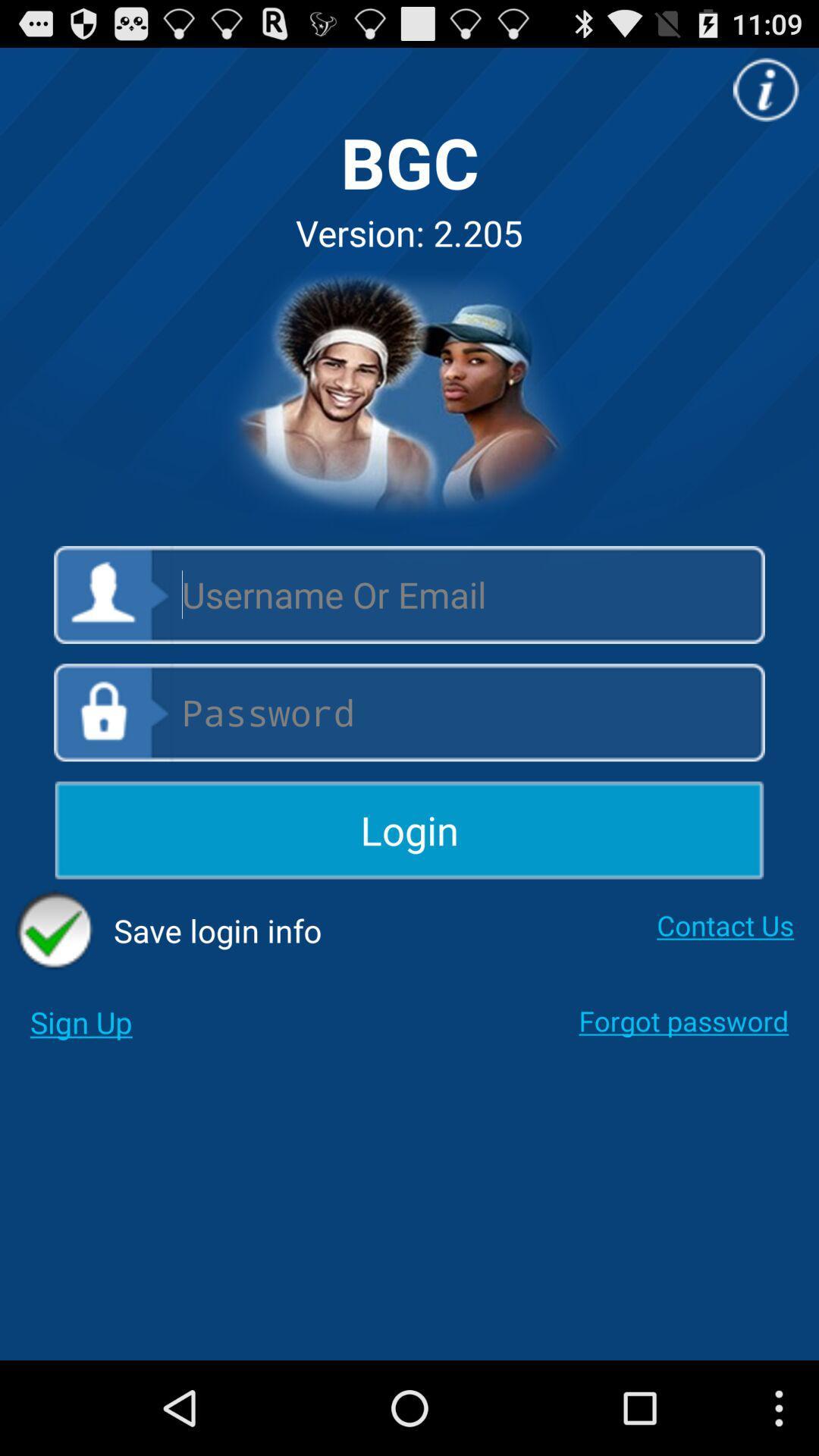 This screenshot has height=1456, width=819. Describe the element at coordinates (409, 397) in the screenshot. I see `item below version: 2.205 icon` at that location.